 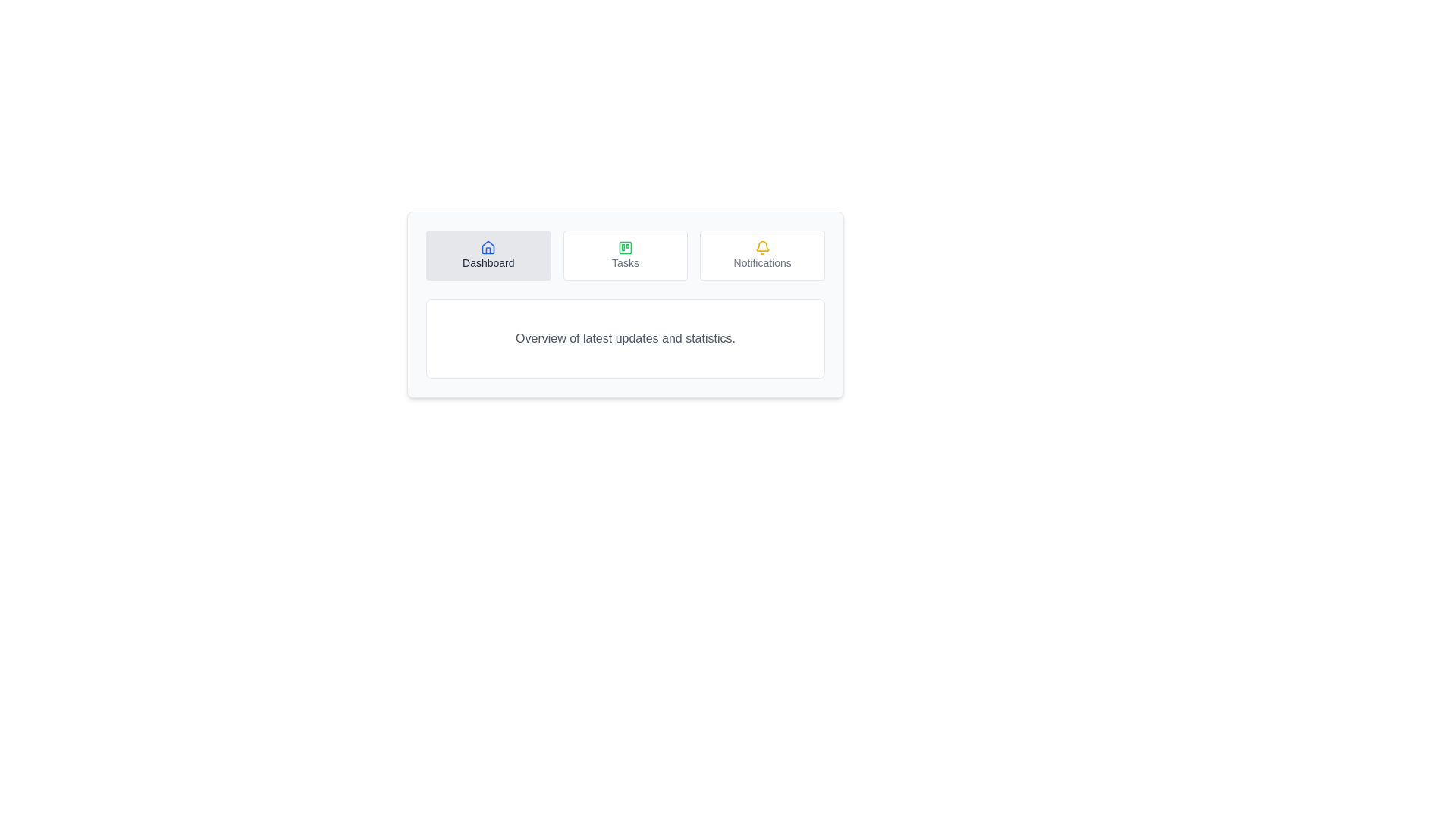 What do you see at coordinates (488, 254) in the screenshot?
I see `the Dashboard tab by clicking its button` at bounding box center [488, 254].